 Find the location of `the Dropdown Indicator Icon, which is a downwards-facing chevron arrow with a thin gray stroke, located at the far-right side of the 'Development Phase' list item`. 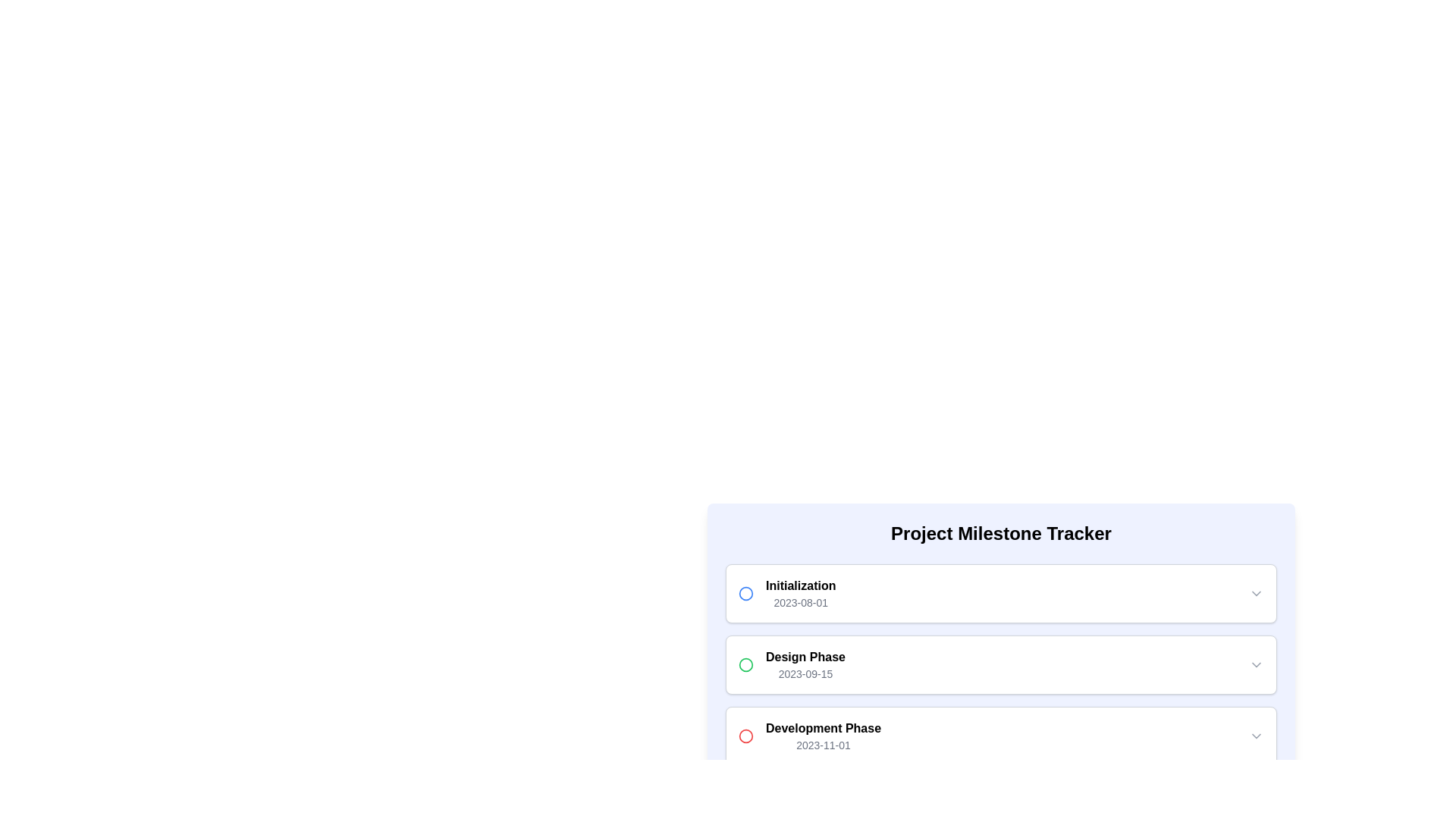

the Dropdown Indicator Icon, which is a downwards-facing chevron arrow with a thin gray stroke, located at the far-right side of the 'Development Phase' list item is located at coordinates (1256, 736).